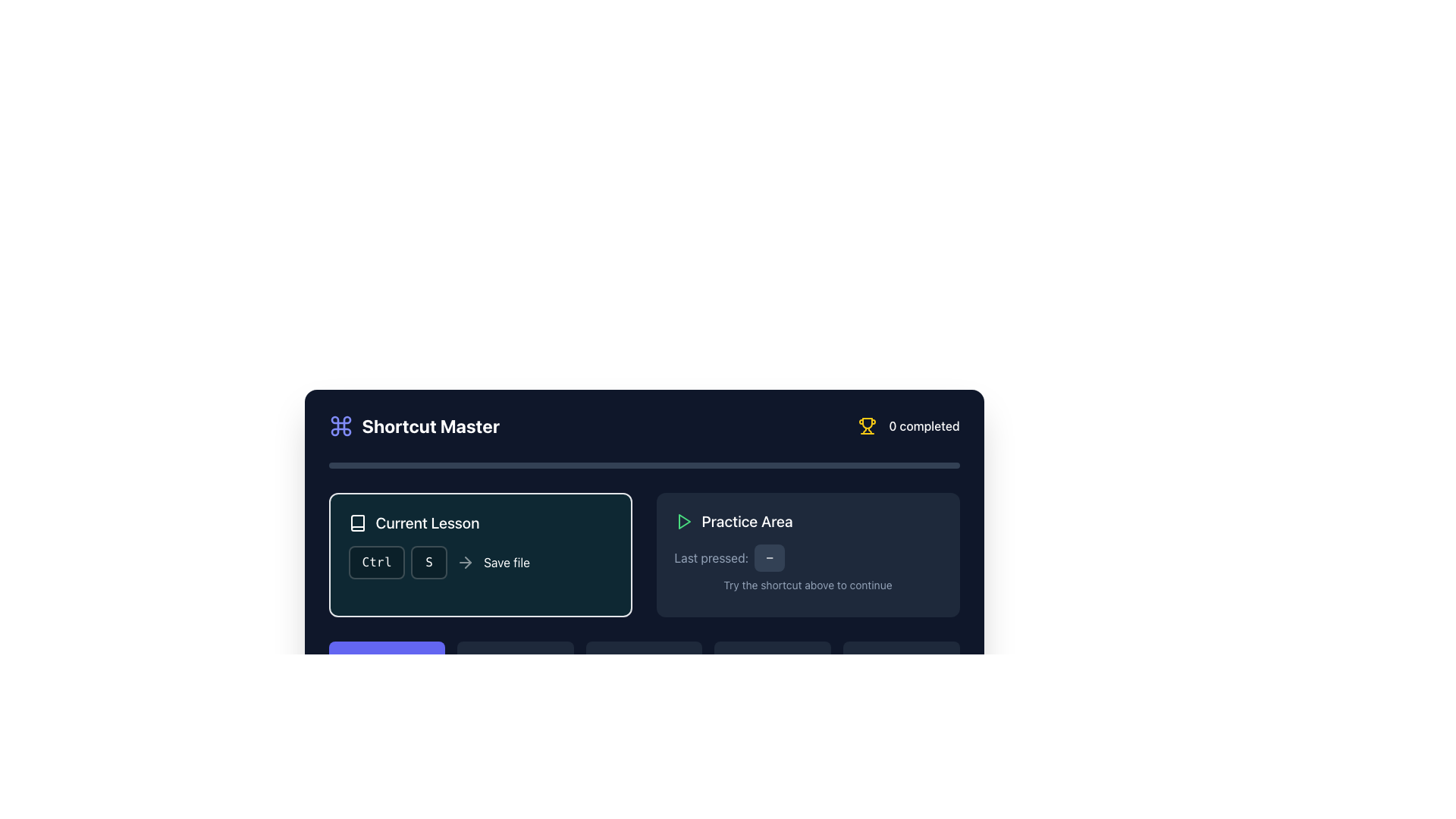 The image size is (1456, 819). What do you see at coordinates (387, 662) in the screenshot?
I see `the leftmost indigo button with a play icon at its center` at bounding box center [387, 662].